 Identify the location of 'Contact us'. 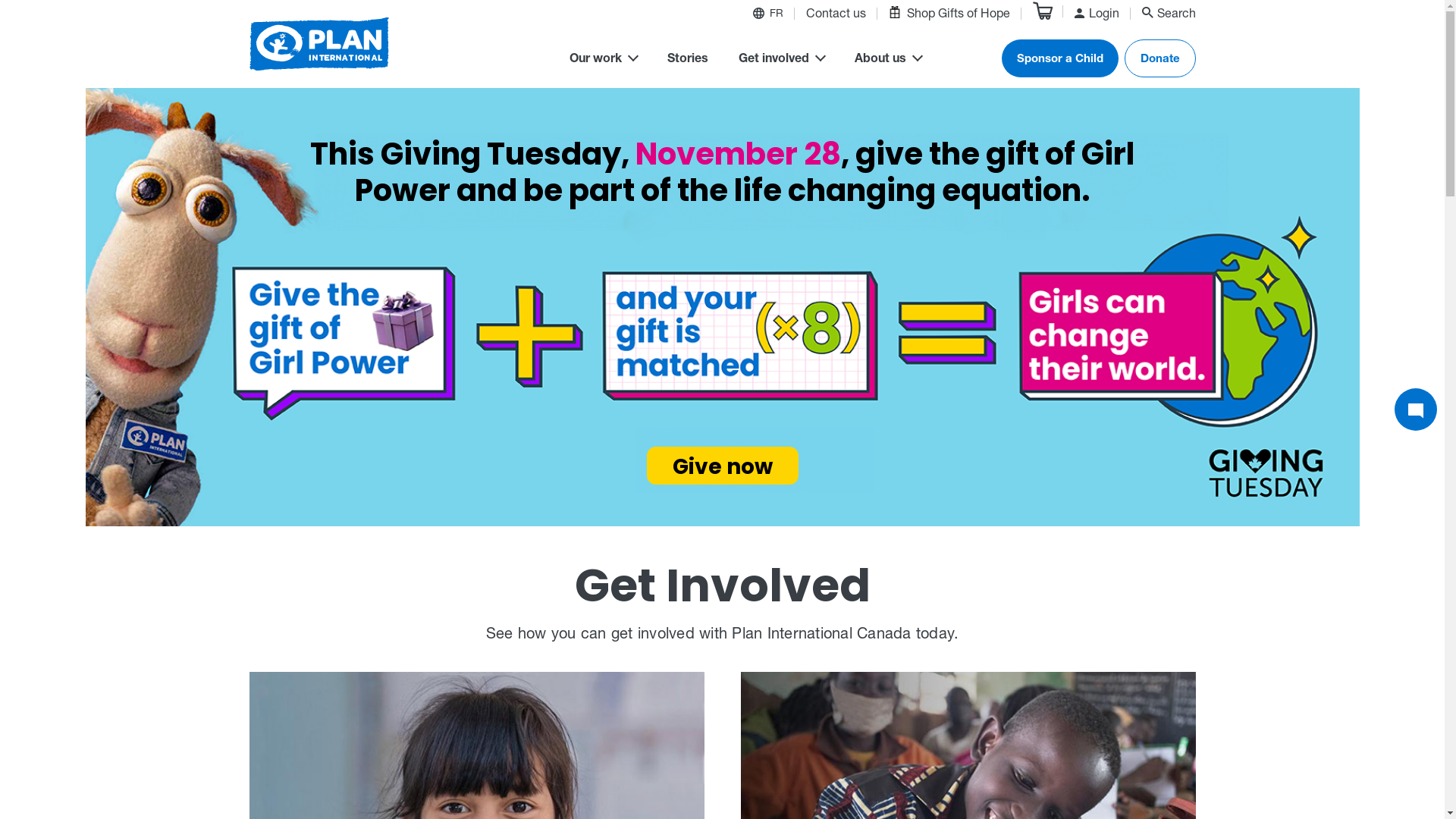
(834, 15).